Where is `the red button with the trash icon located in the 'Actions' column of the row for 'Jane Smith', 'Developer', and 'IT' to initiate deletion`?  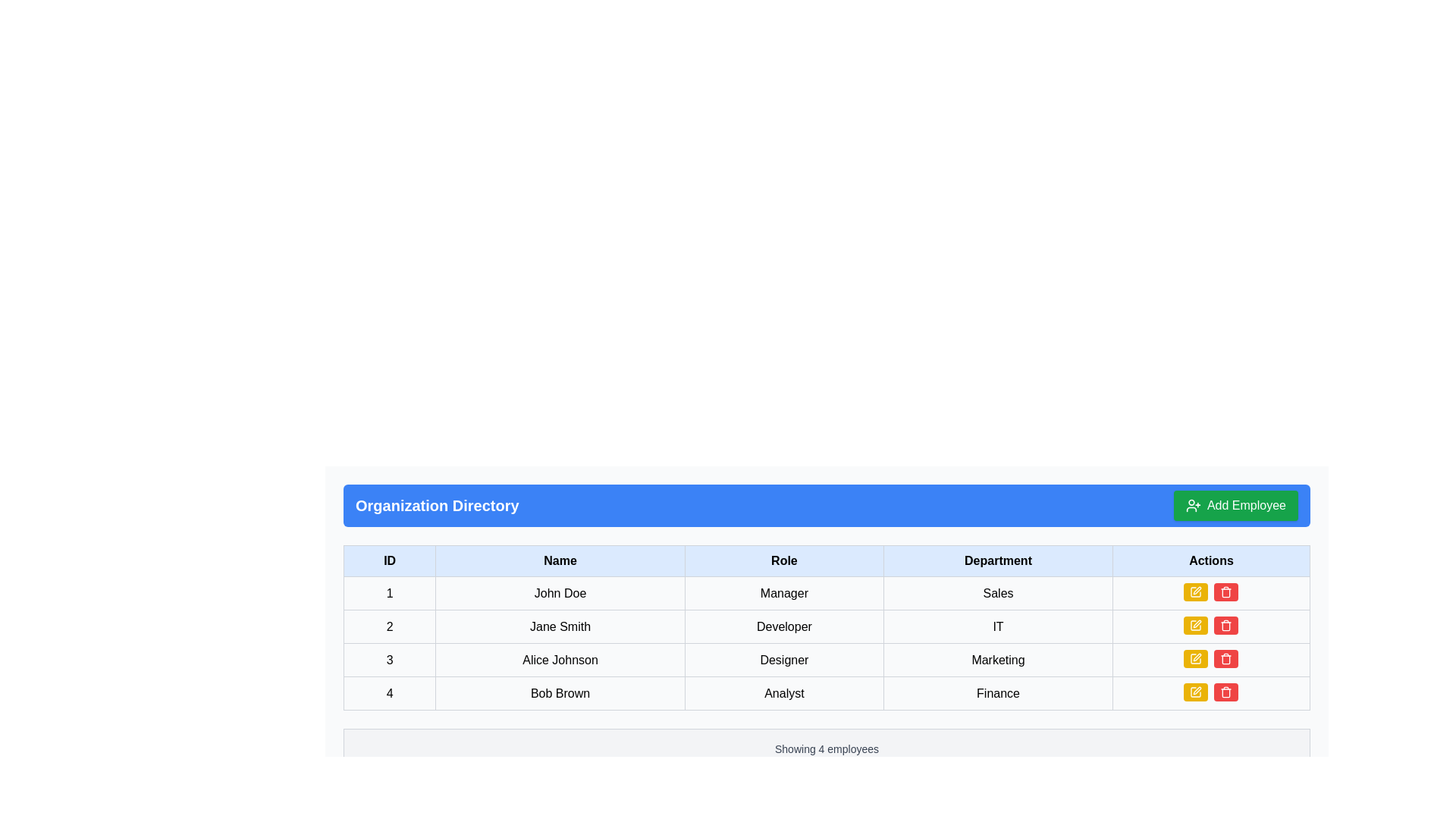 the red button with the trash icon located in the 'Actions' column of the row for 'Jane Smith', 'Developer', and 'IT' to initiate deletion is located at coordinates (1210, 626).